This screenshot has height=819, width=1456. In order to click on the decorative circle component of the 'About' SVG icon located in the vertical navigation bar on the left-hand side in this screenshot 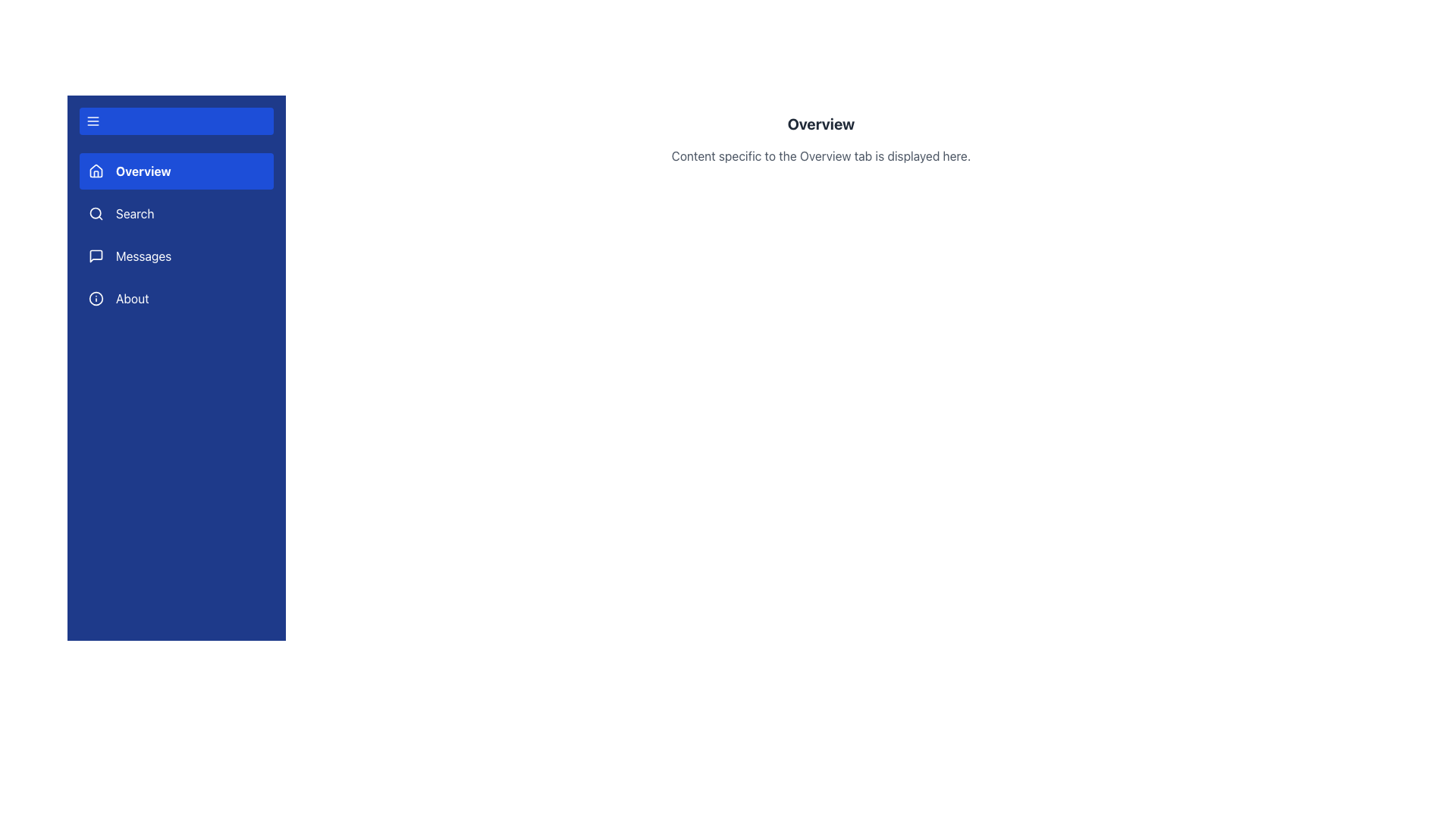, I will do `click(95, 298)`.